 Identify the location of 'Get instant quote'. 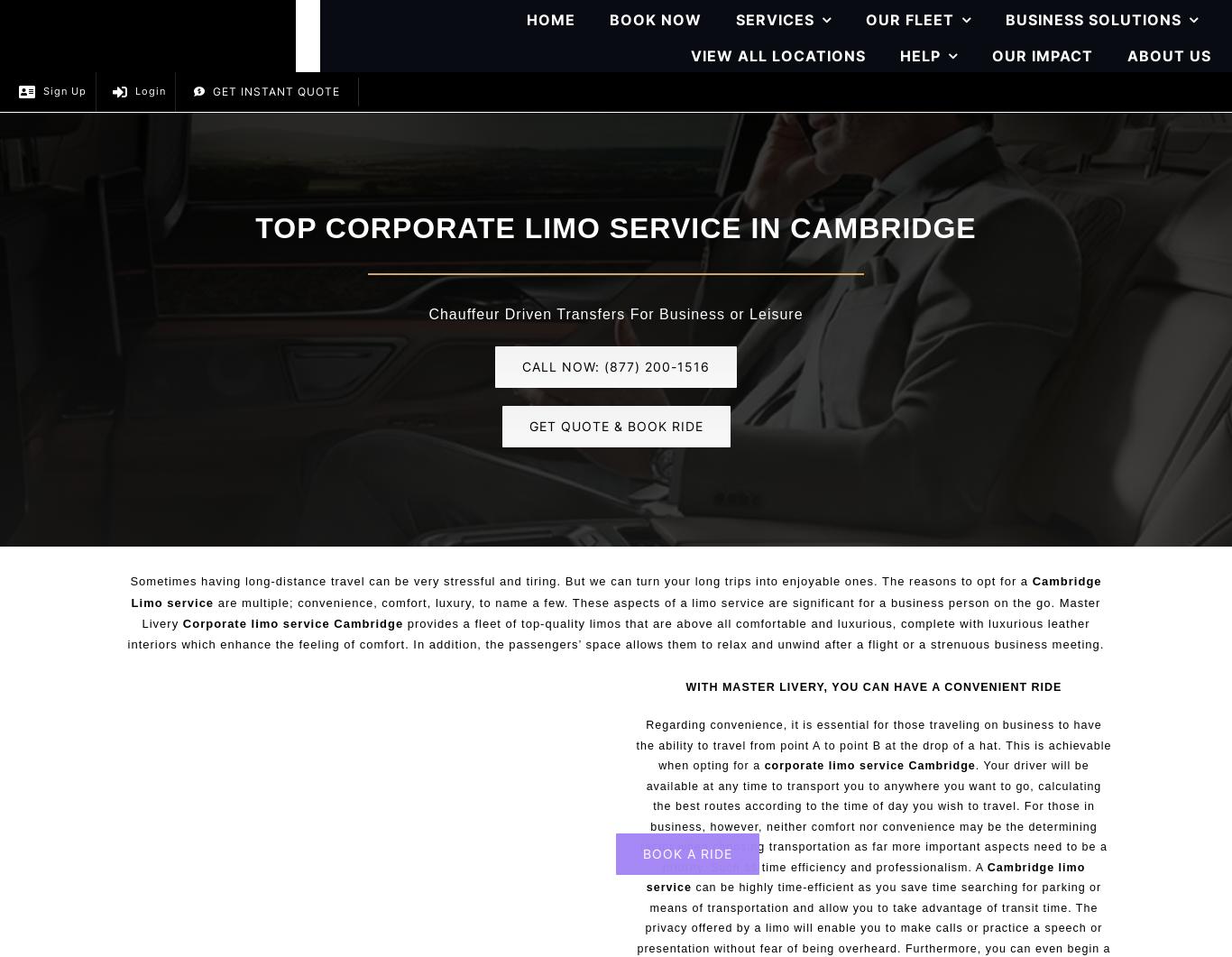
(213, 91).